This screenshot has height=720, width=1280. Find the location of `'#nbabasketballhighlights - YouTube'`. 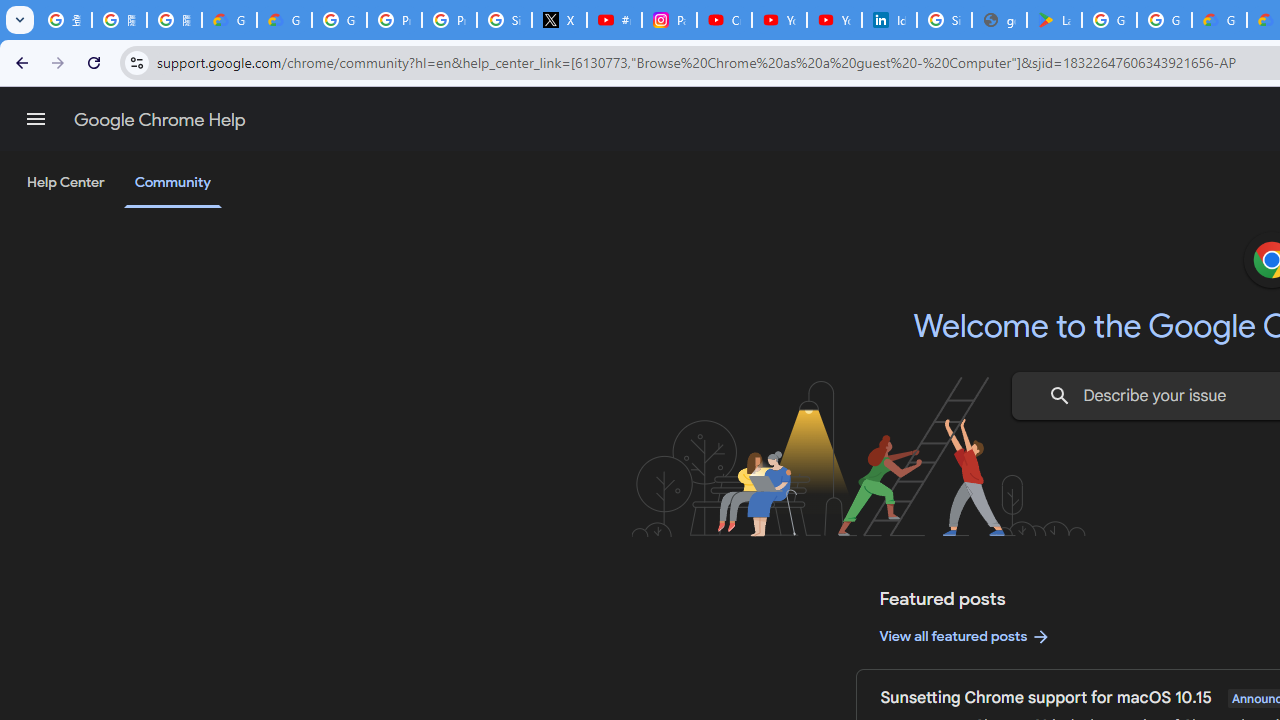

'#nbabasketballhighlights - YouTube' is located at coordinates (614, 20).